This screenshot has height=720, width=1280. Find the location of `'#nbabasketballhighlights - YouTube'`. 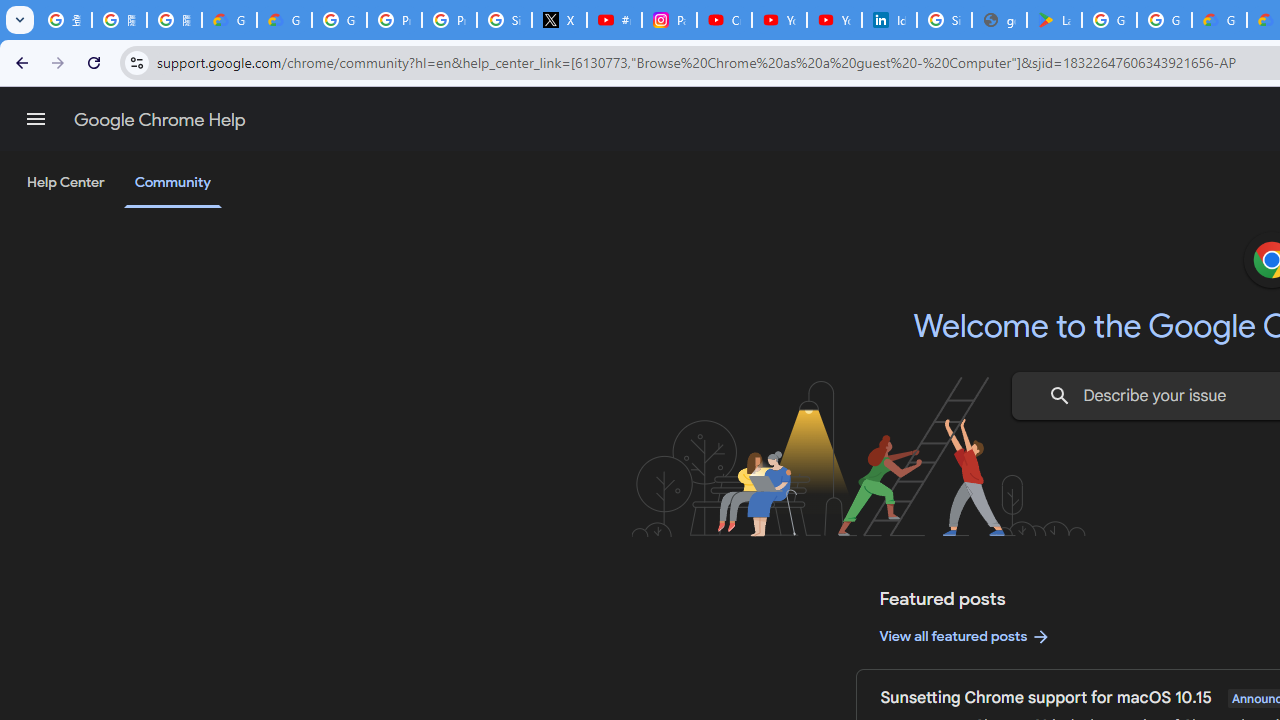

'#nbabasketballhighlights - YouTube' is located at coordinates (614, 20).